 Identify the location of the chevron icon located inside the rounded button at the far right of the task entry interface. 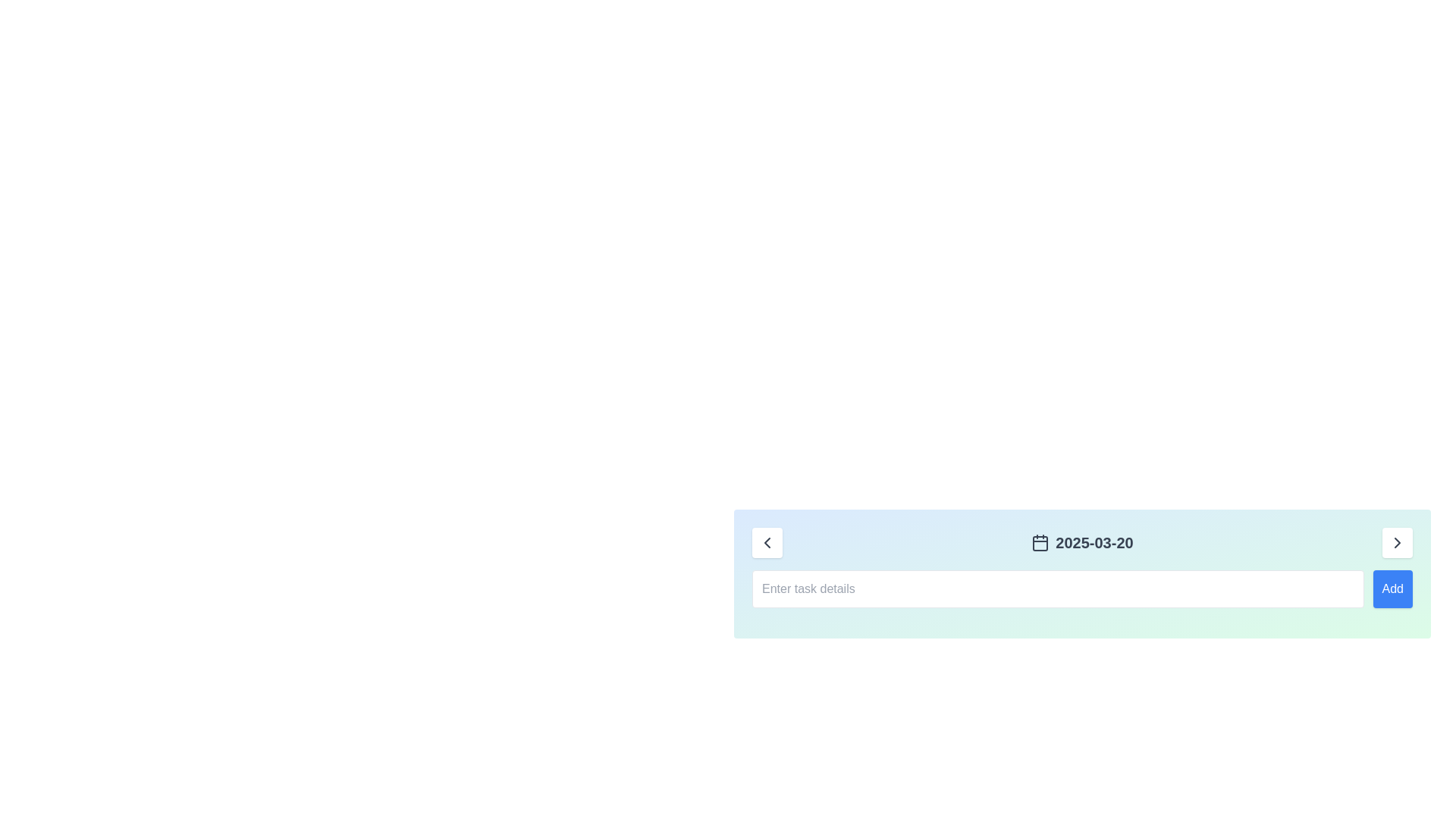
(1397, 542).